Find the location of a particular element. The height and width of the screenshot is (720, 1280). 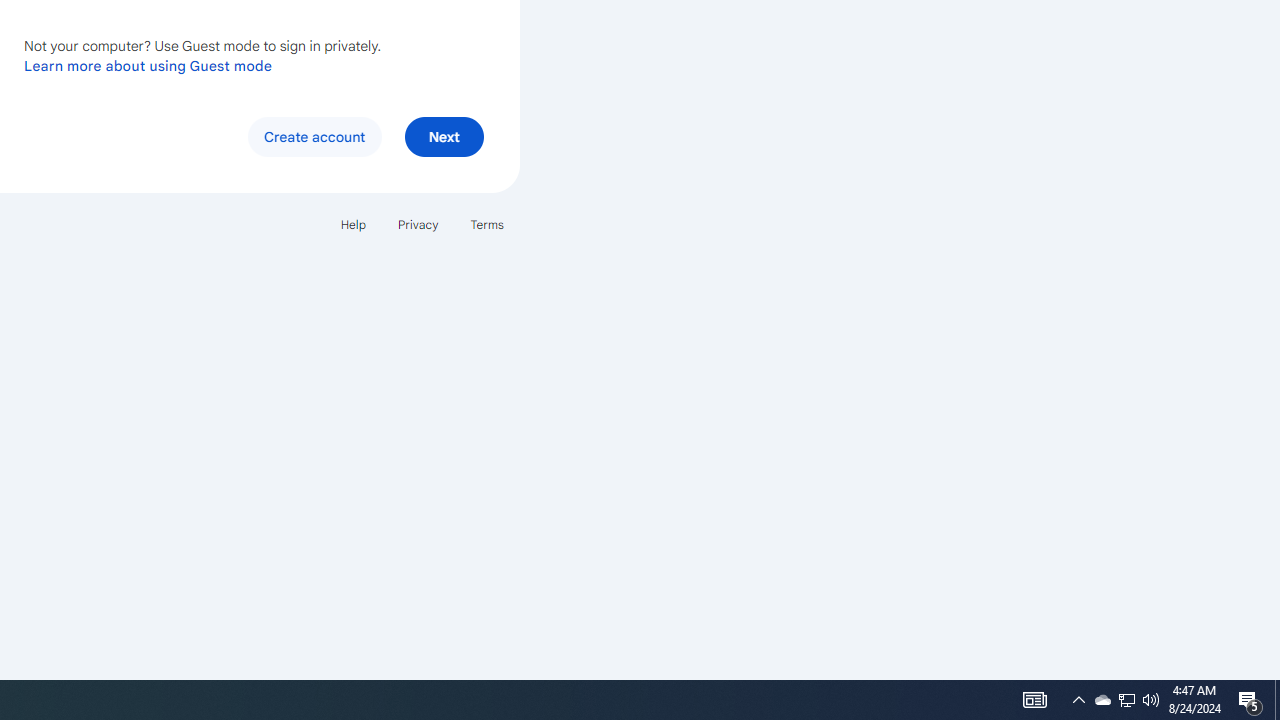

'Terms' is located at coordinates (487, 224).